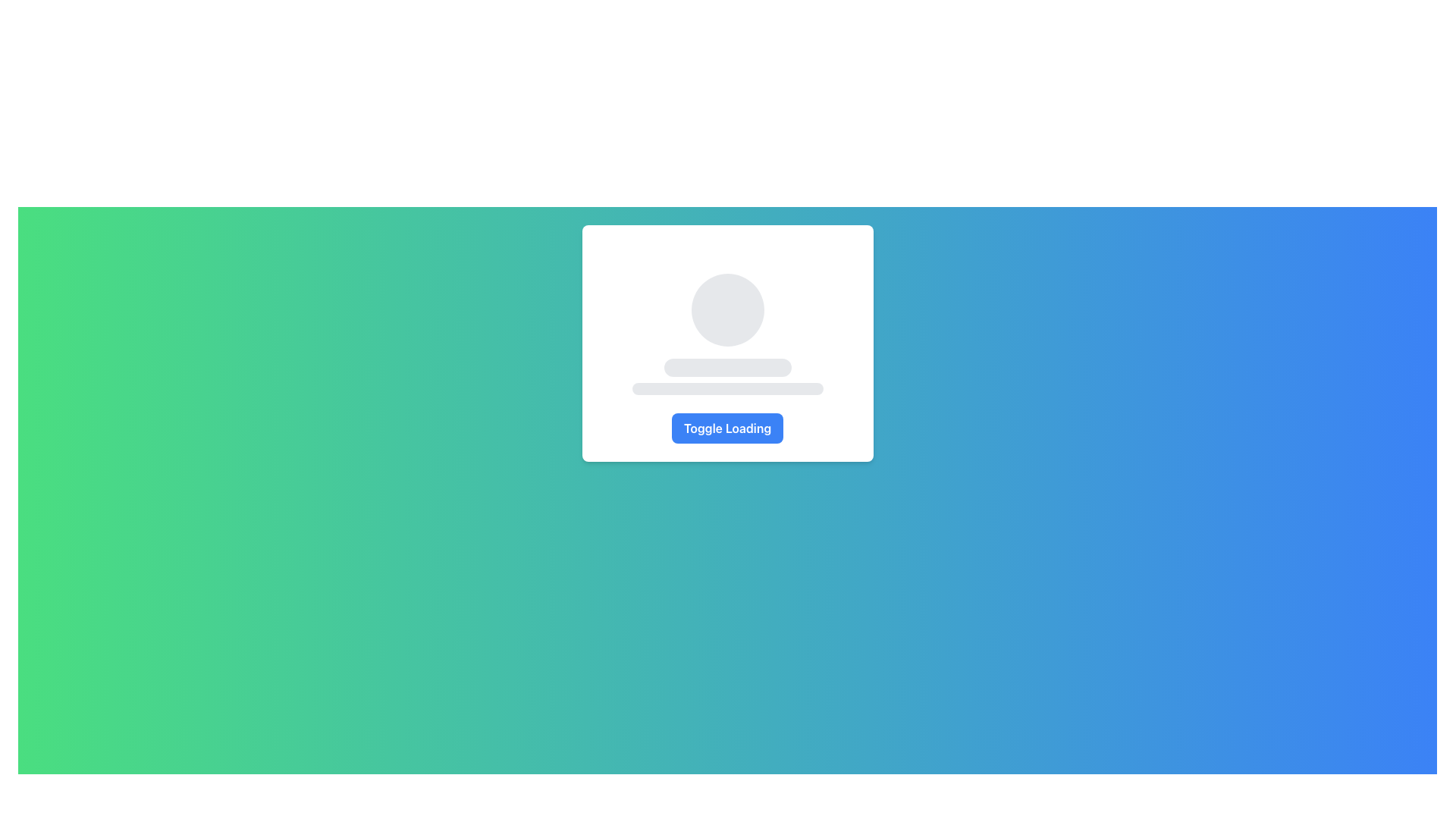  I want to click on the Placeholder component, so click(726, 333).